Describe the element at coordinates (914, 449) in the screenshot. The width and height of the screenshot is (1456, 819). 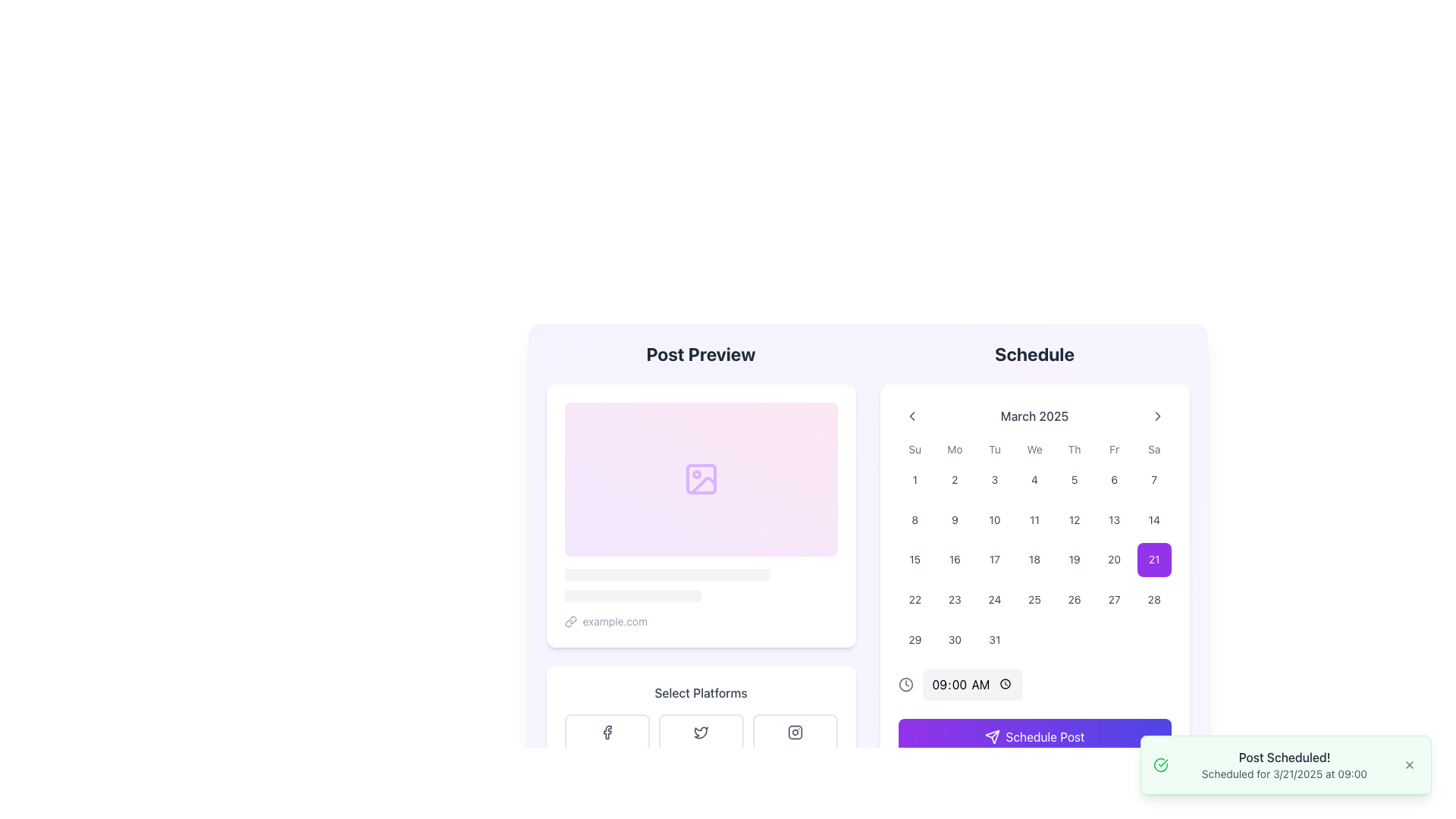
I see `the text label displaying 'Su', which is the first item in a row of days of the week in the calendar layout` at that location.